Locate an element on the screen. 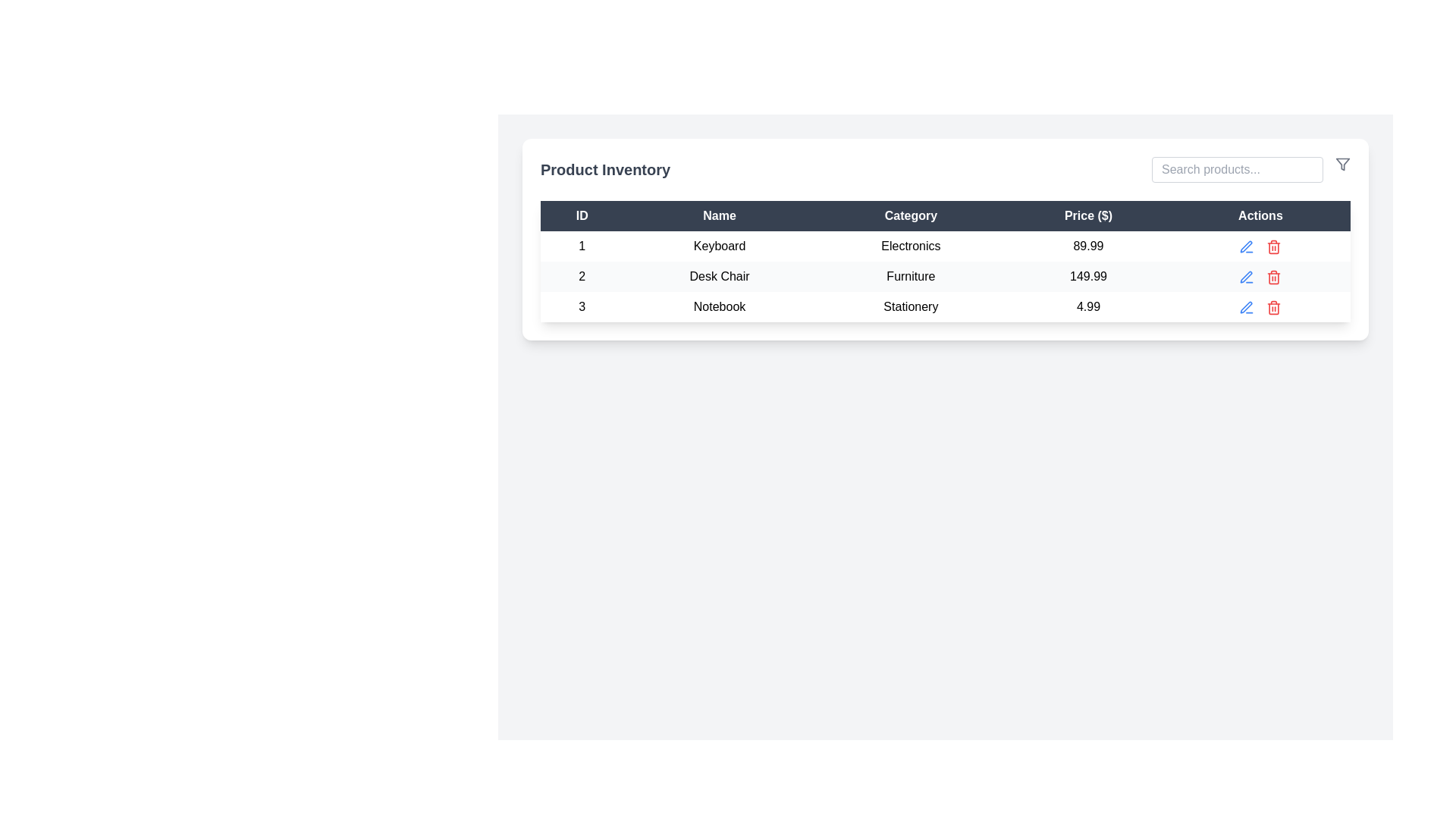 The width and height of the screenshot is (1456, 819). the static text label displaying 'Keyboard' located in the second cell under the 'Name' column of the product inventory table, which has a white background is located at coordinates (719, 245).